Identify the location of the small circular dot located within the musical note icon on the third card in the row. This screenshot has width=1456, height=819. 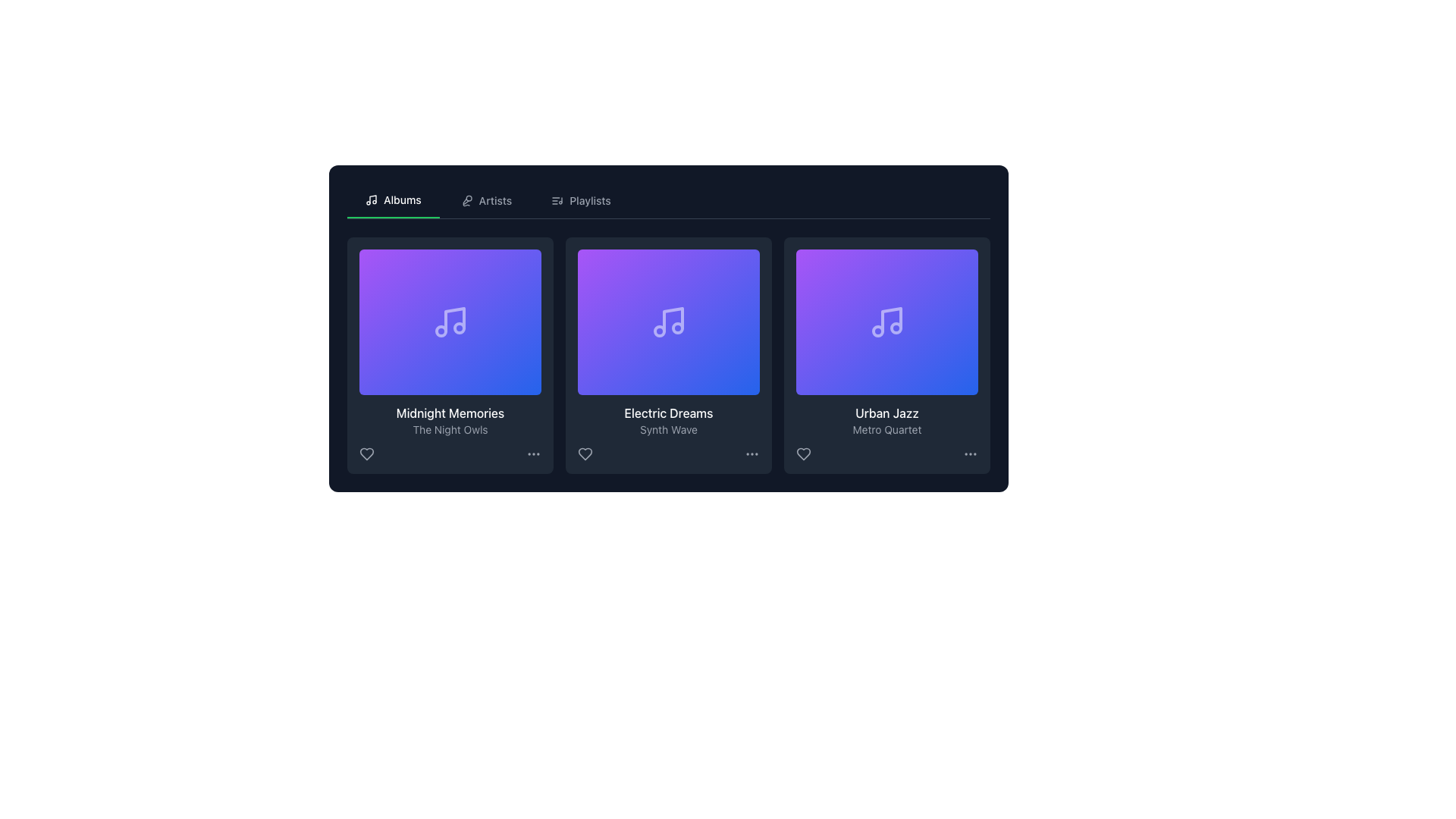
(896, 327).